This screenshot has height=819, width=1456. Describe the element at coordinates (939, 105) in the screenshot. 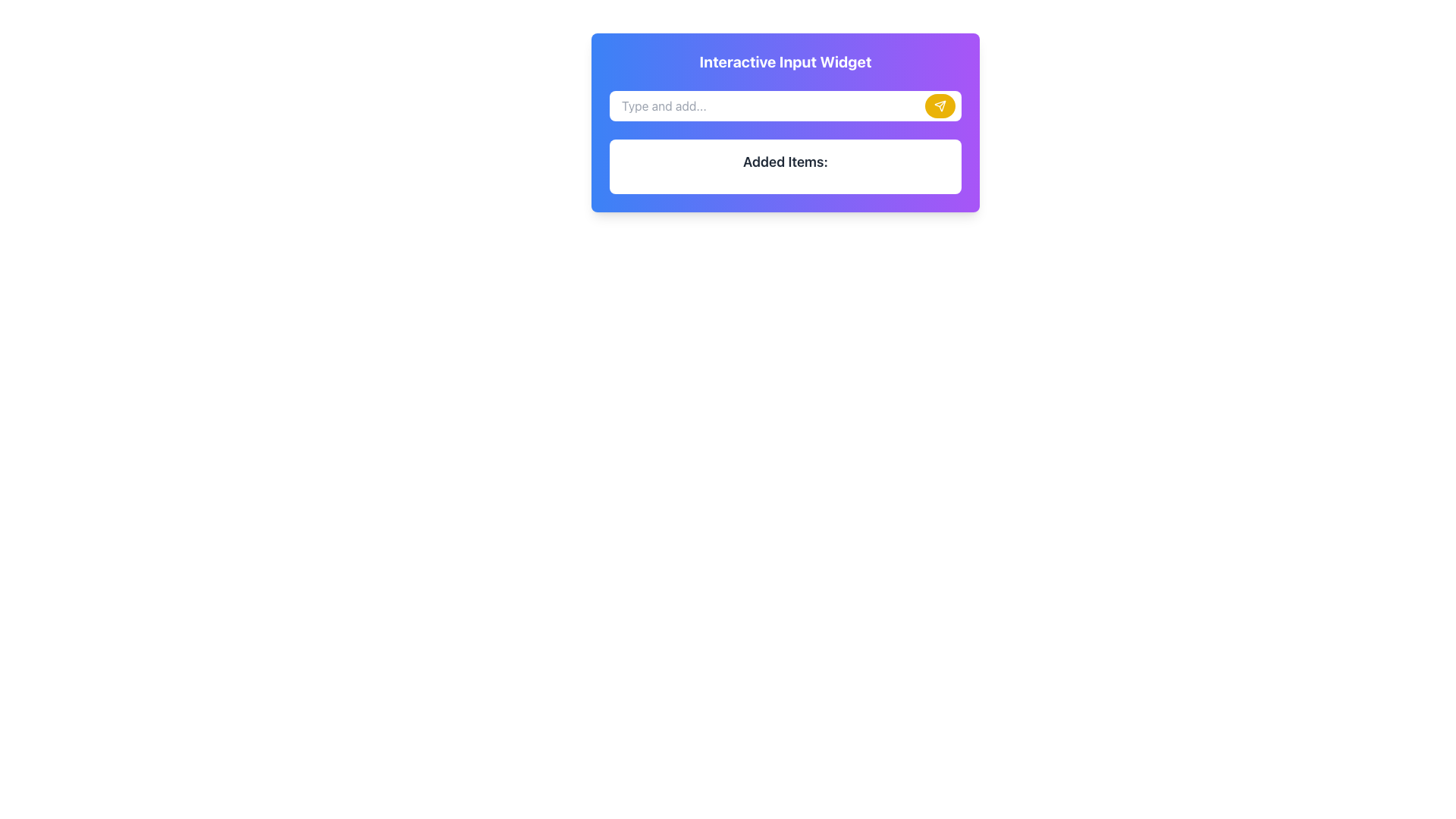

I see `the 'send' icon located at the center of the button` at that location.